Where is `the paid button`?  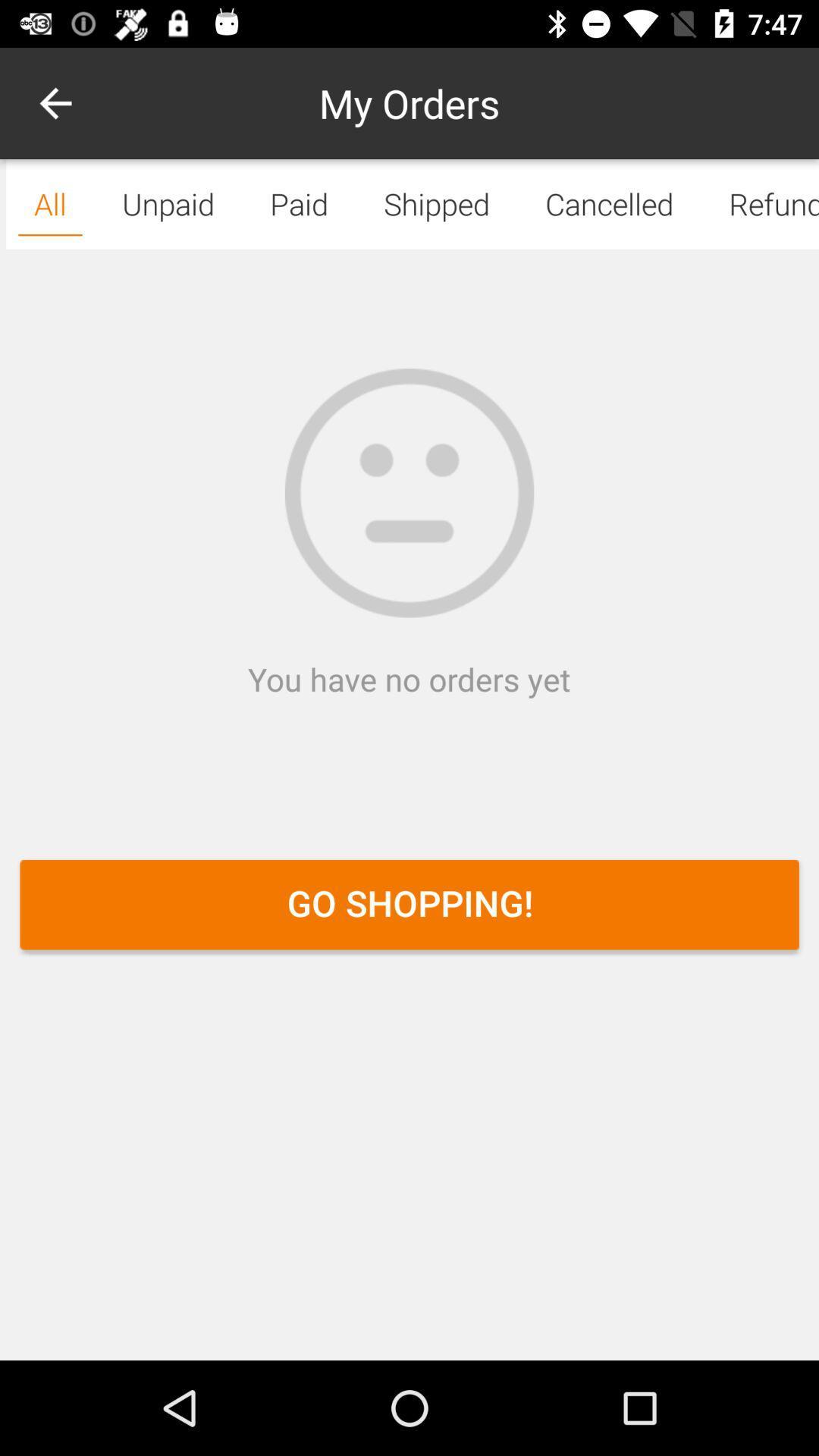
the paid button is located at coordinates (299, 203).